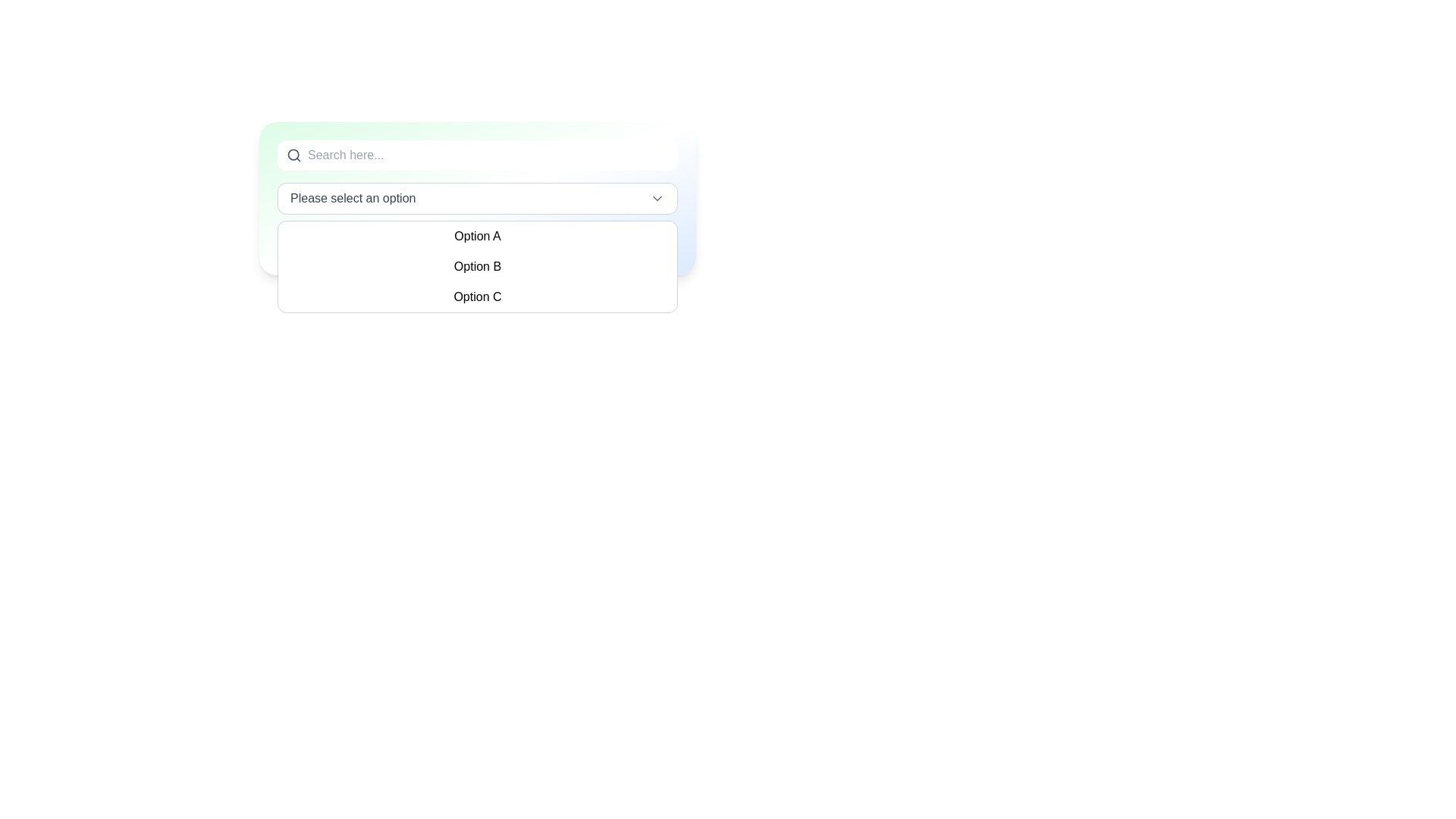 Image resolution: width=1456 pixels, height=819 pixels. I want to click on the arrow of the dropdown menu located below the search bar, so click(476, 198).